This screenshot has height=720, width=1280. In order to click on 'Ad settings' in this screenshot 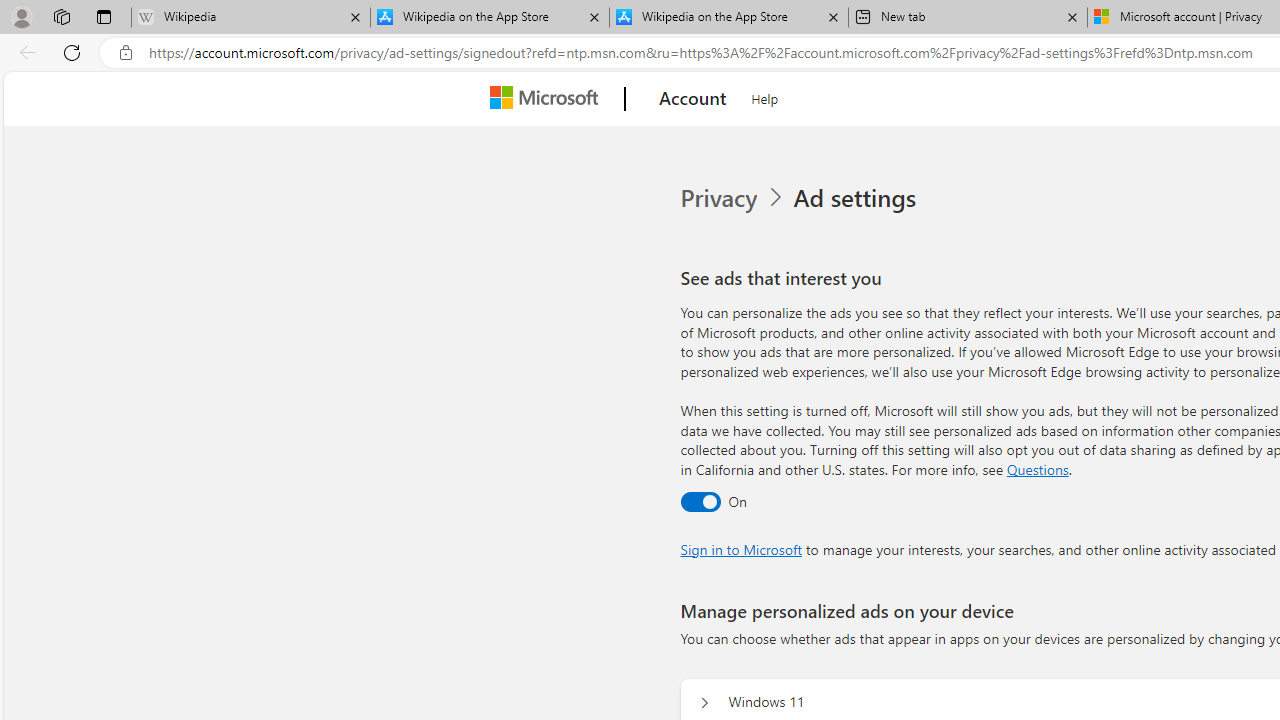, I will do `click(858, 198)`.